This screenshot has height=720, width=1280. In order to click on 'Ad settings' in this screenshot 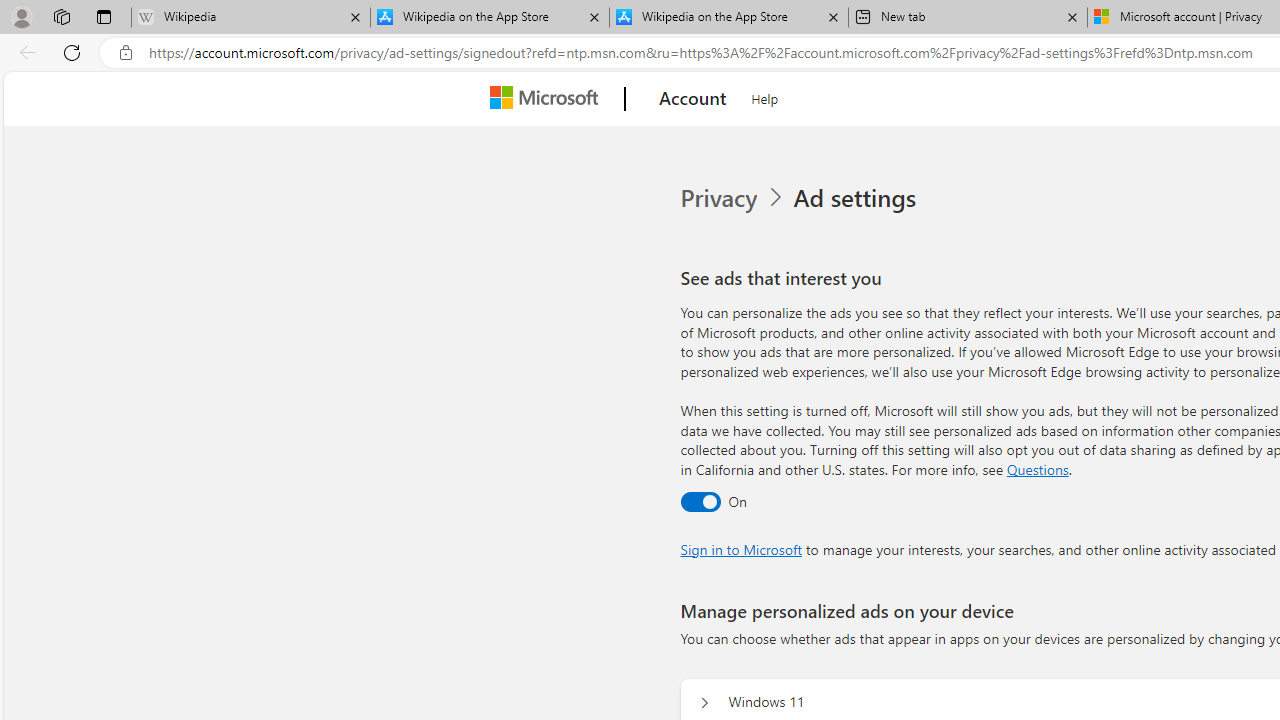, I will do `click(858, 198)`.